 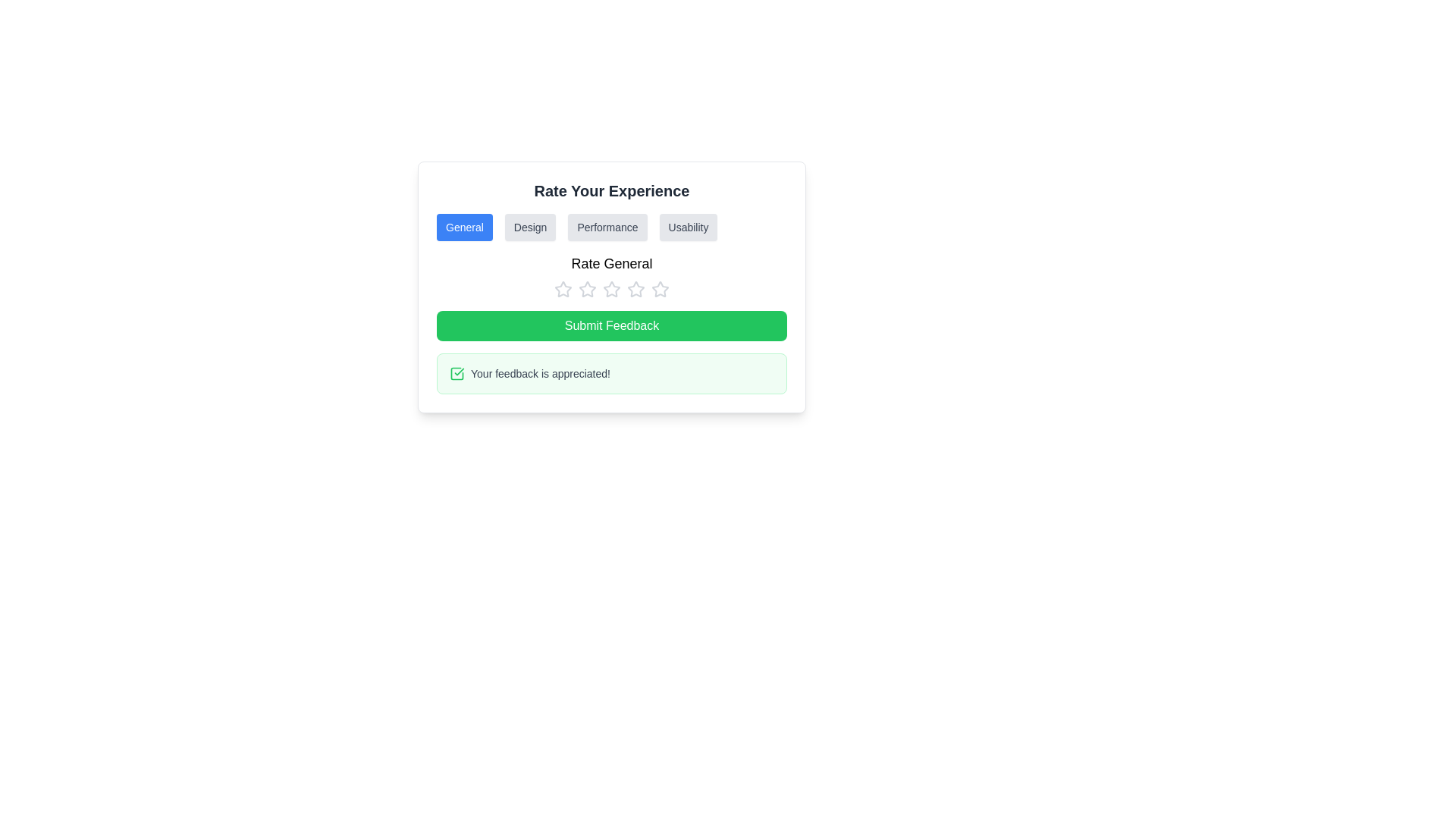 I want to click on the fifth rating star icon, which is a gray star outline with a hollow center, so click(x=660, y=289).